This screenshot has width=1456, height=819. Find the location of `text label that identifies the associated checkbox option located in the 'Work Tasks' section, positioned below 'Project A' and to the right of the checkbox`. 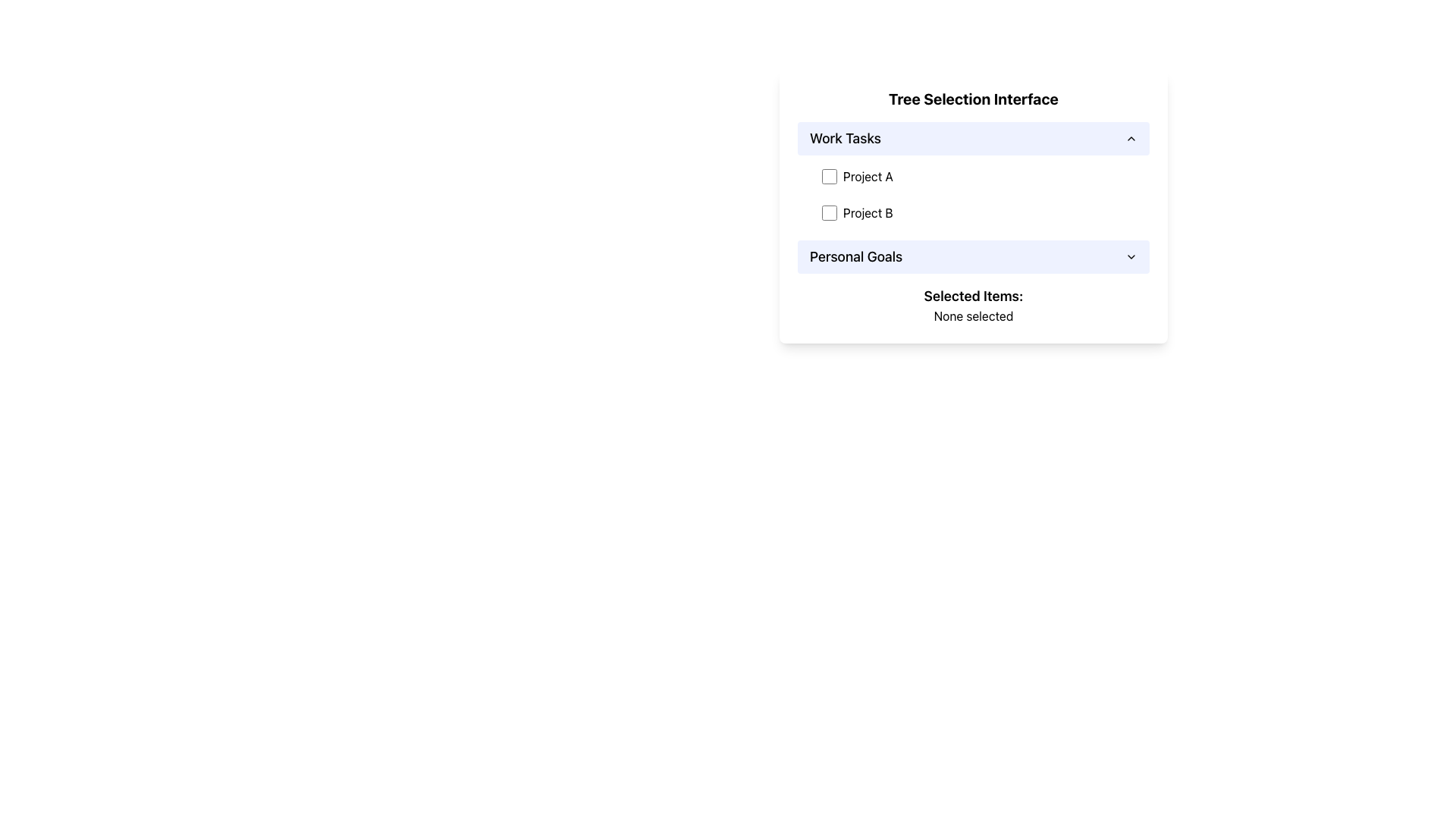

text label that identifies the associated checkbox option located in the 'Work Tasks' section, positioned below 'Project A' and to the right of the checkbox is located at coordinates (868, 213).